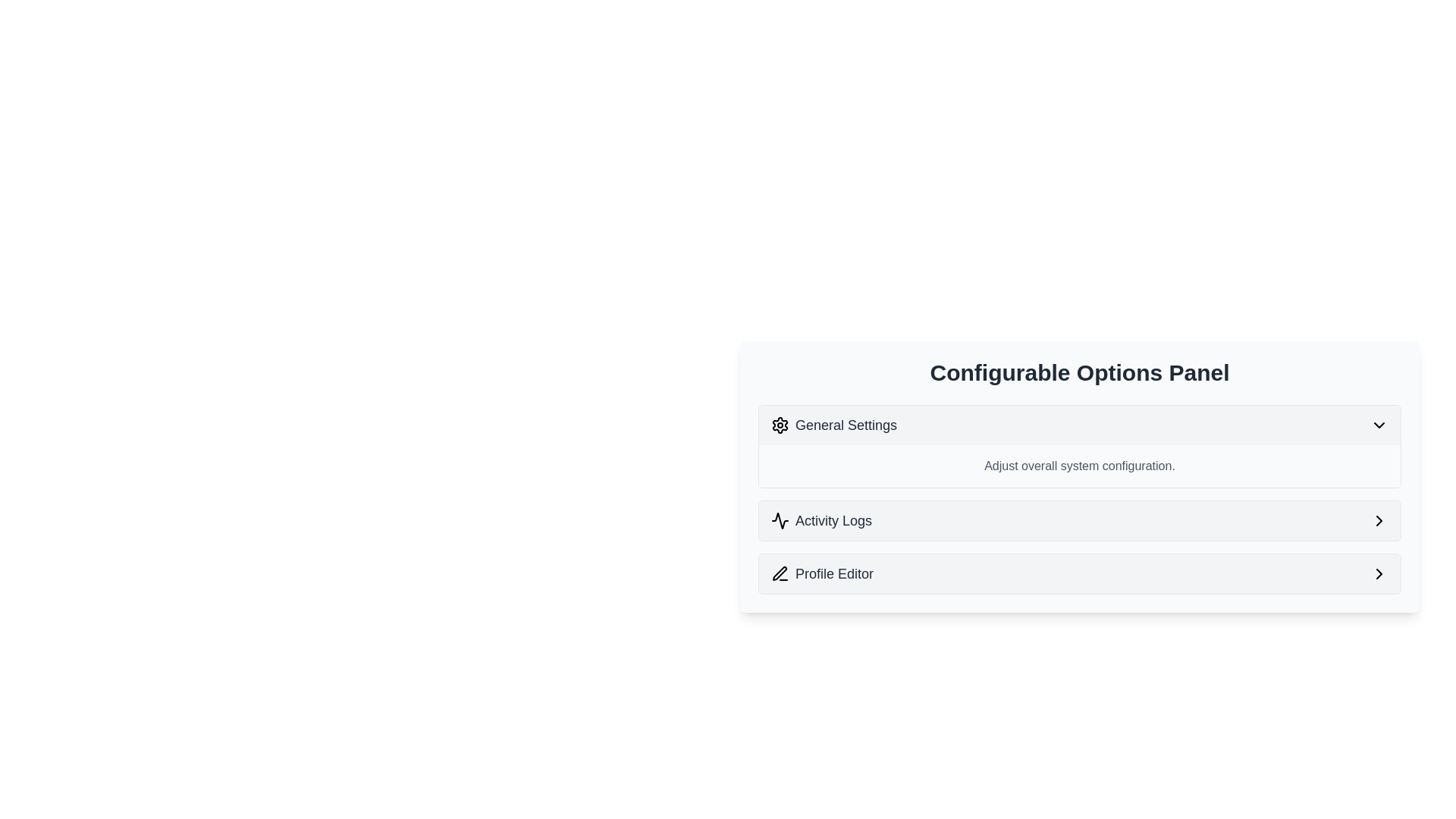 This screenshot has height=819, width=1456. What do you see at coordinates (1079, 573) in the screenshot?
I see `the third navigation link in the vertically arranged list of menu options` at bounding box center [1079, 573].